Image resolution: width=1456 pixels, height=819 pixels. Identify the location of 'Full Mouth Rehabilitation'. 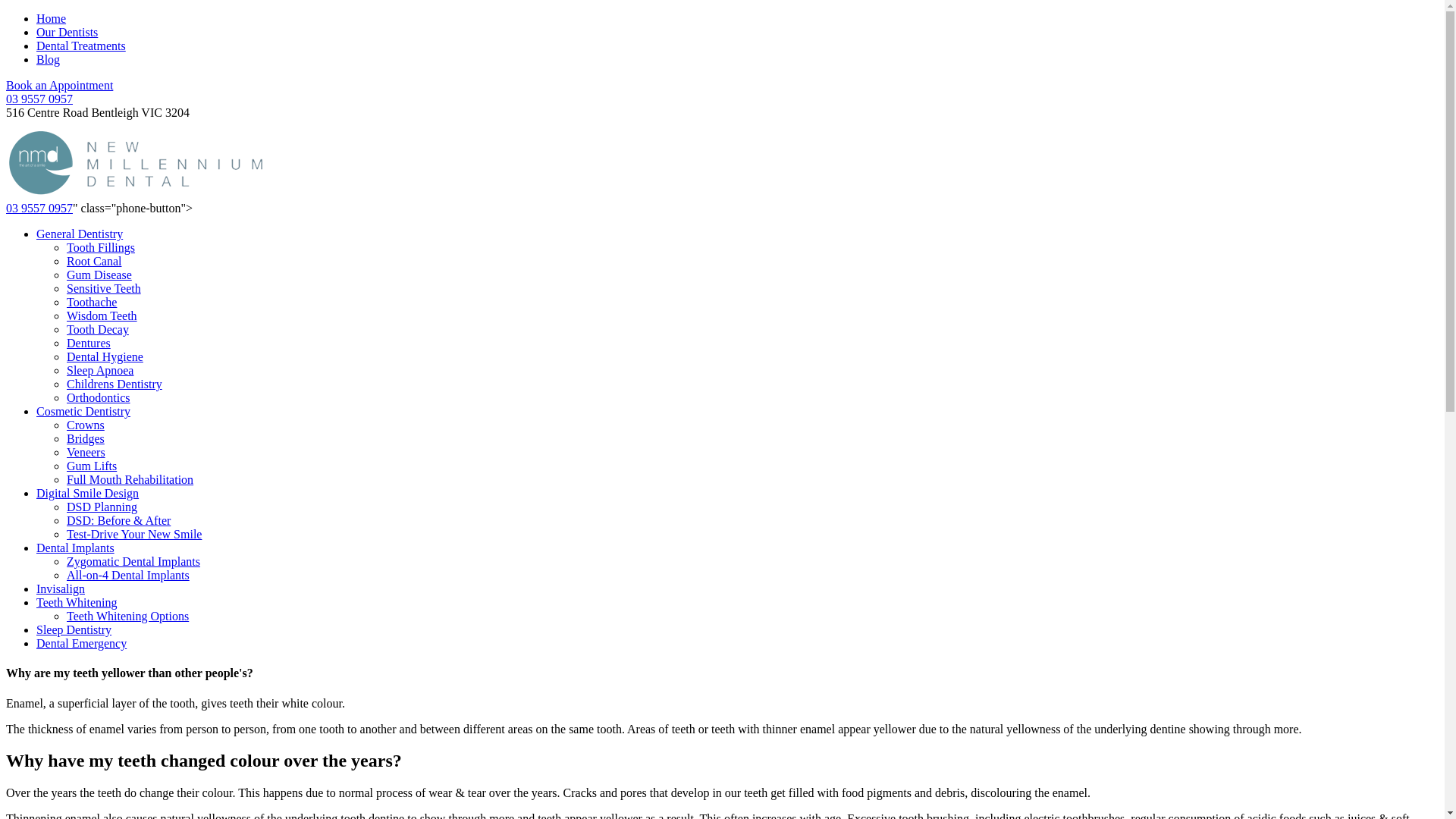
(130, 479).